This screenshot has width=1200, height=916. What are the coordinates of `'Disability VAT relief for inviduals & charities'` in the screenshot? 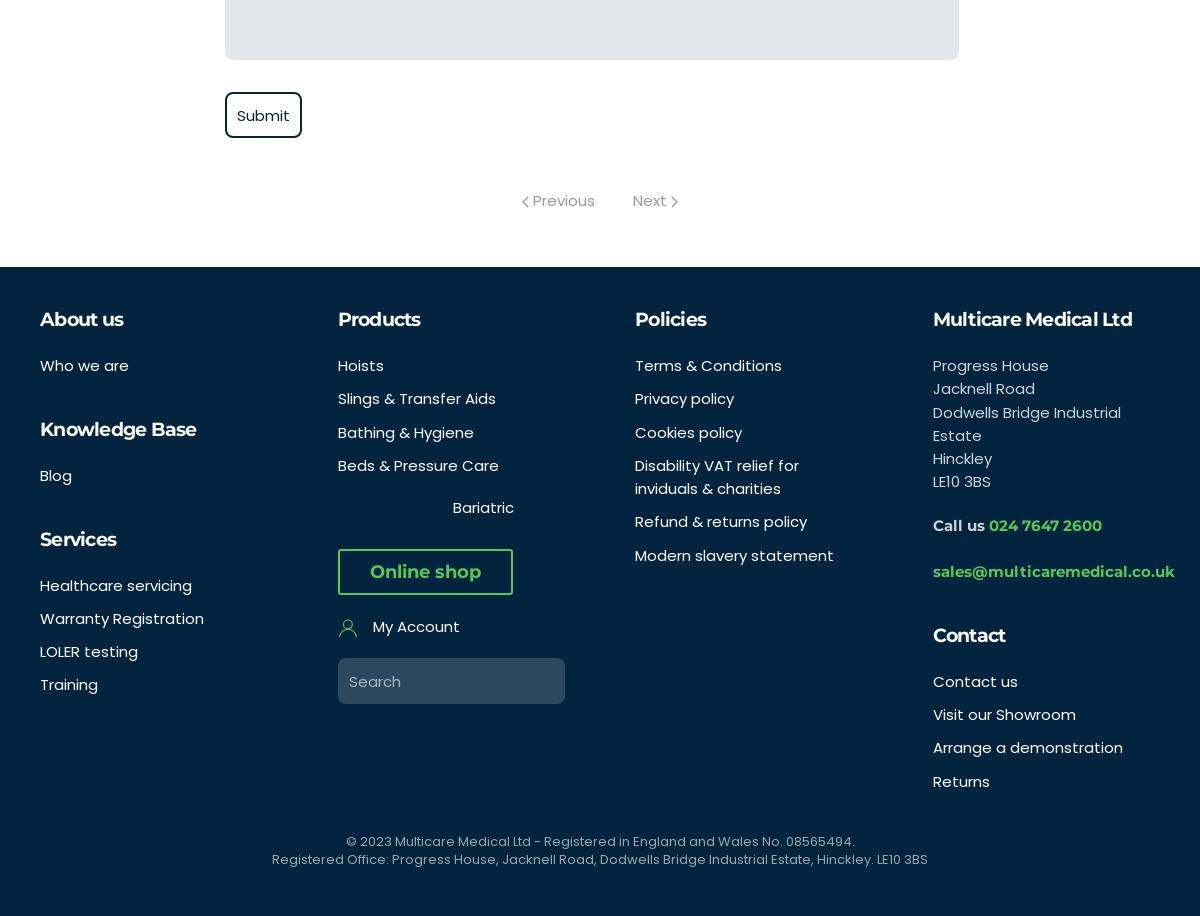 It's located at (717, 476).